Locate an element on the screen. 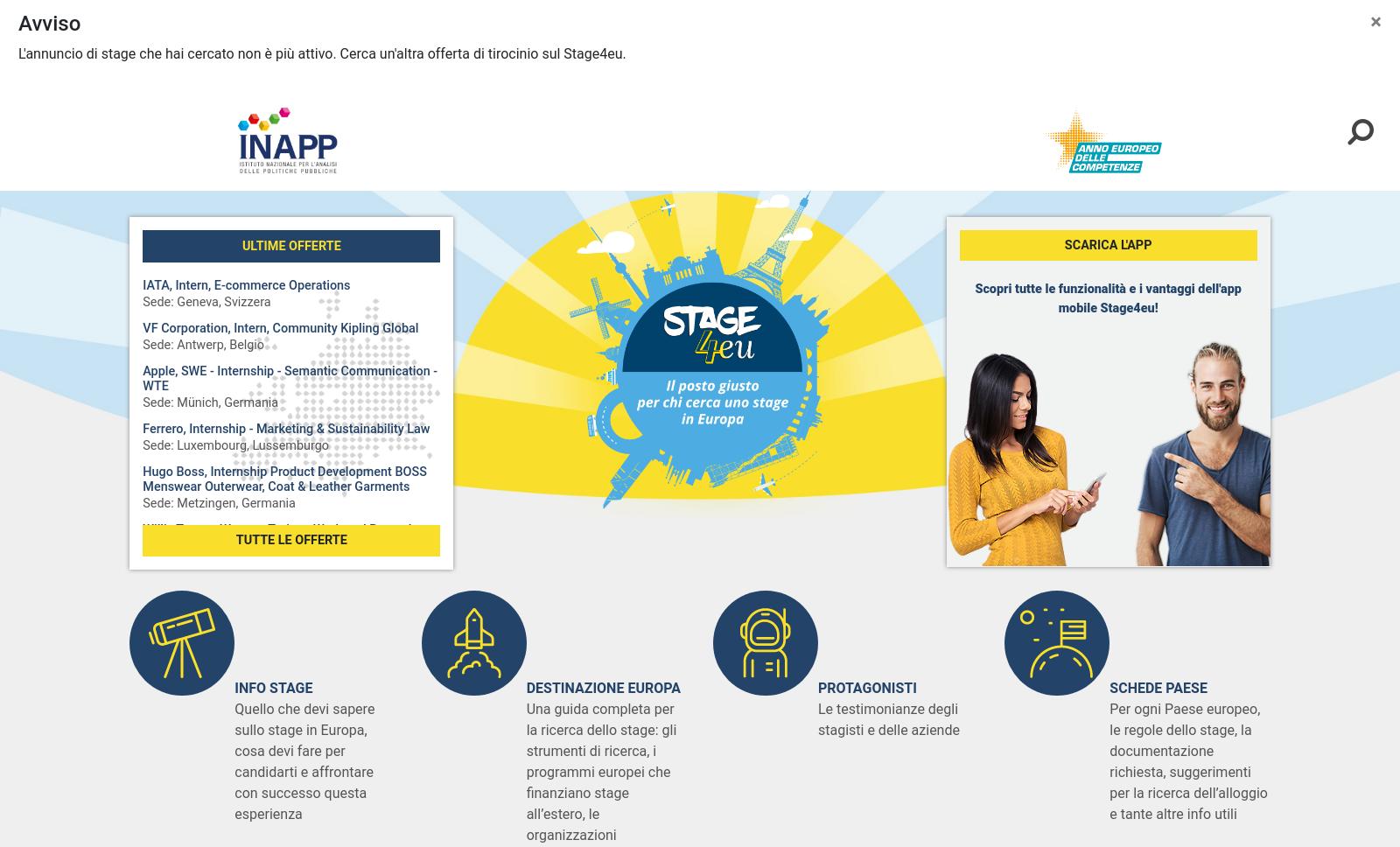  'Per ogni Paese europeo, le regole dello stage, la documentazione richiesta, suggerimenti per la ricerca dell’alloggio e tante altre info utili' is located at coordinates (1187, 760).